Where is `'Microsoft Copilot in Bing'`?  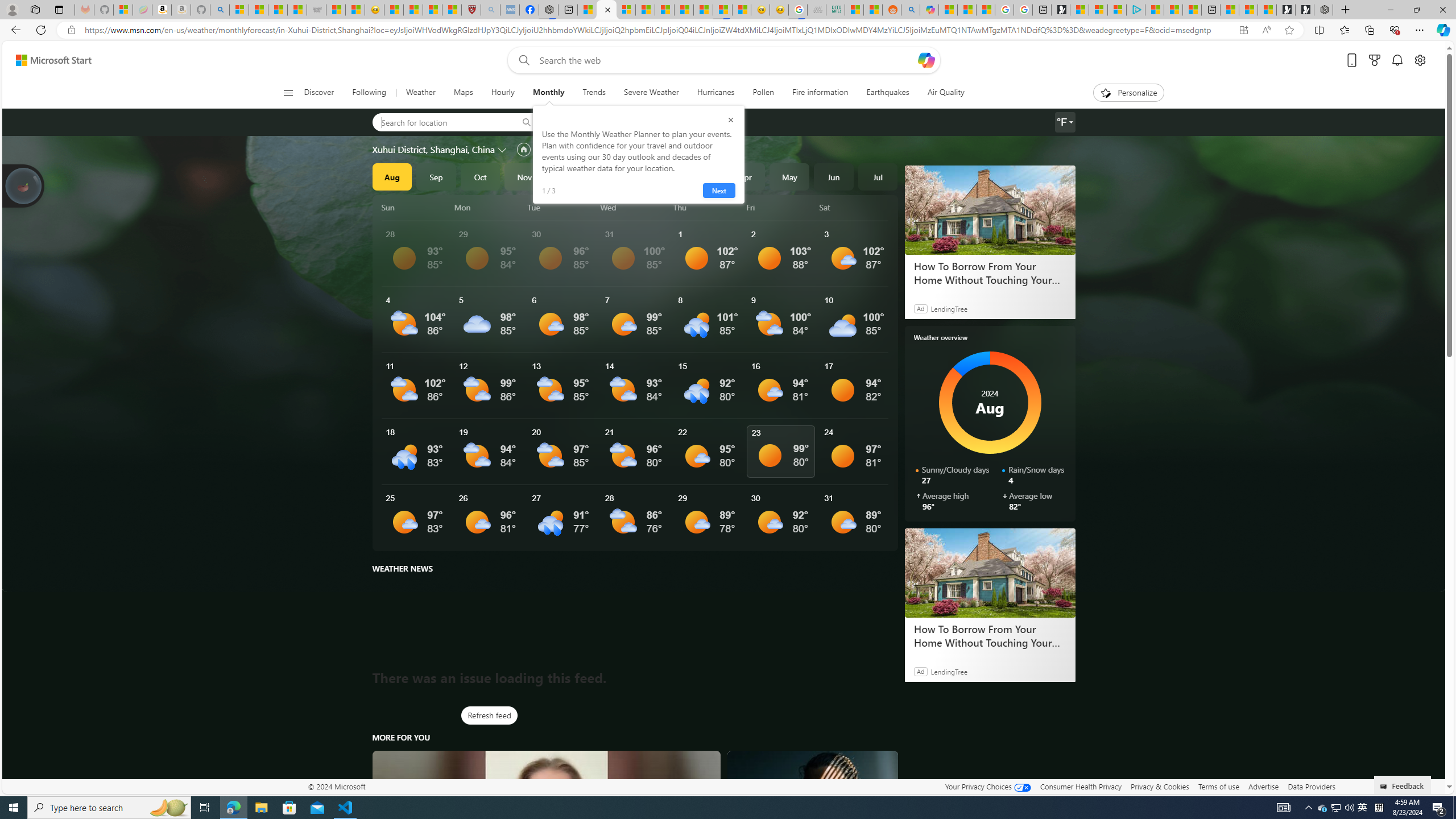 'Microsoft Copilot in Bing' is located at coordinates (929, 9).